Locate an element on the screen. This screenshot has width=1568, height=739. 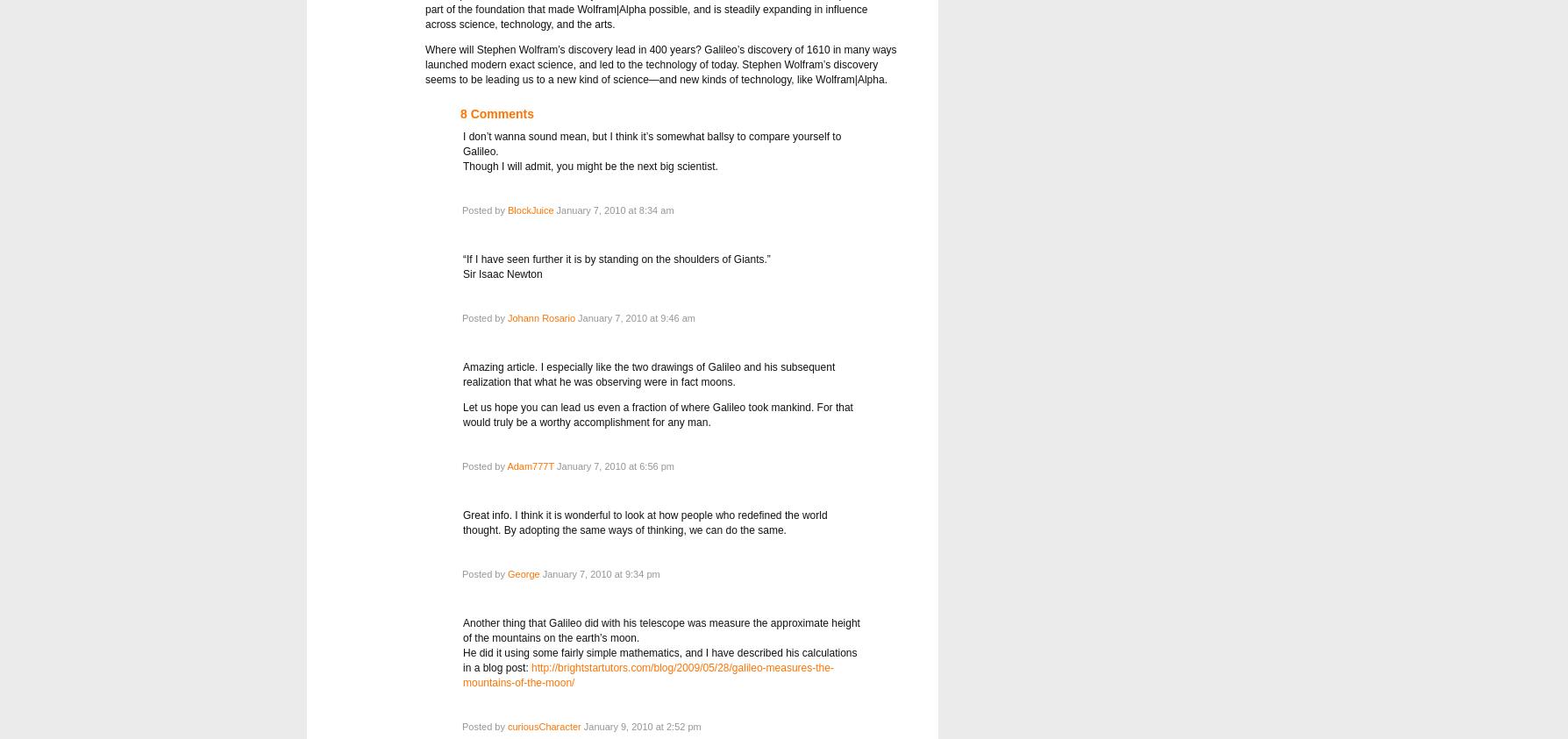
'Where will Stephen Wolfram’s discovery lead in 400 years?  Galileo’s discovery of 1610 in many ways launched modern exact science, and led to the technology of today.  Stephen Wolfram’s discovery seems to be leading us to a new kind of science—and new kinds of technology, like Wolfram|Alpha.' is located at coordinates (659, 64).